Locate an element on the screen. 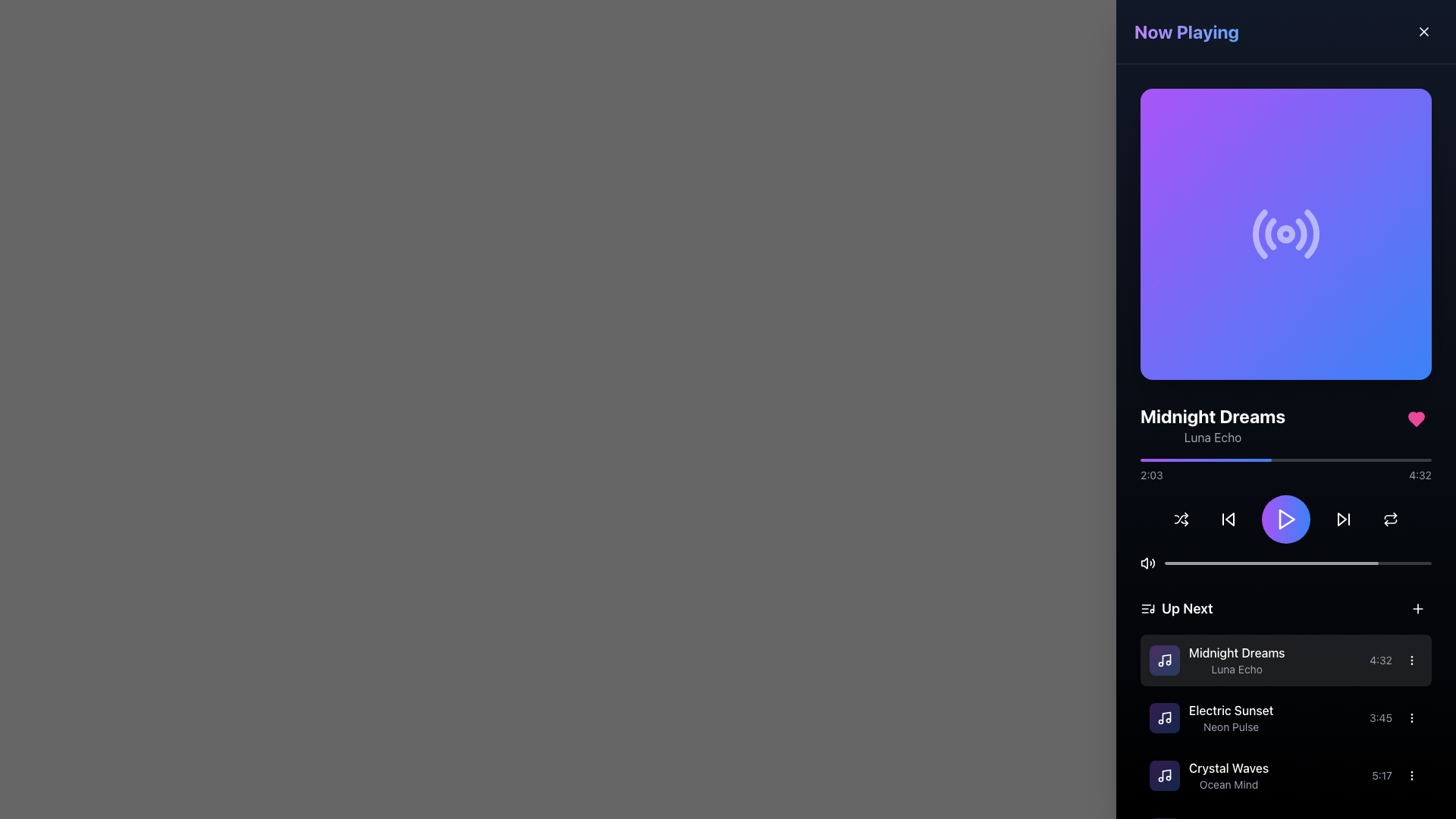  the vertical ellipsis icon, which is represented by three vertically aligned dots, located to the right of the 'Crystal Waves' song in the 'Up Next' section is located at coordinates (1411, 775).